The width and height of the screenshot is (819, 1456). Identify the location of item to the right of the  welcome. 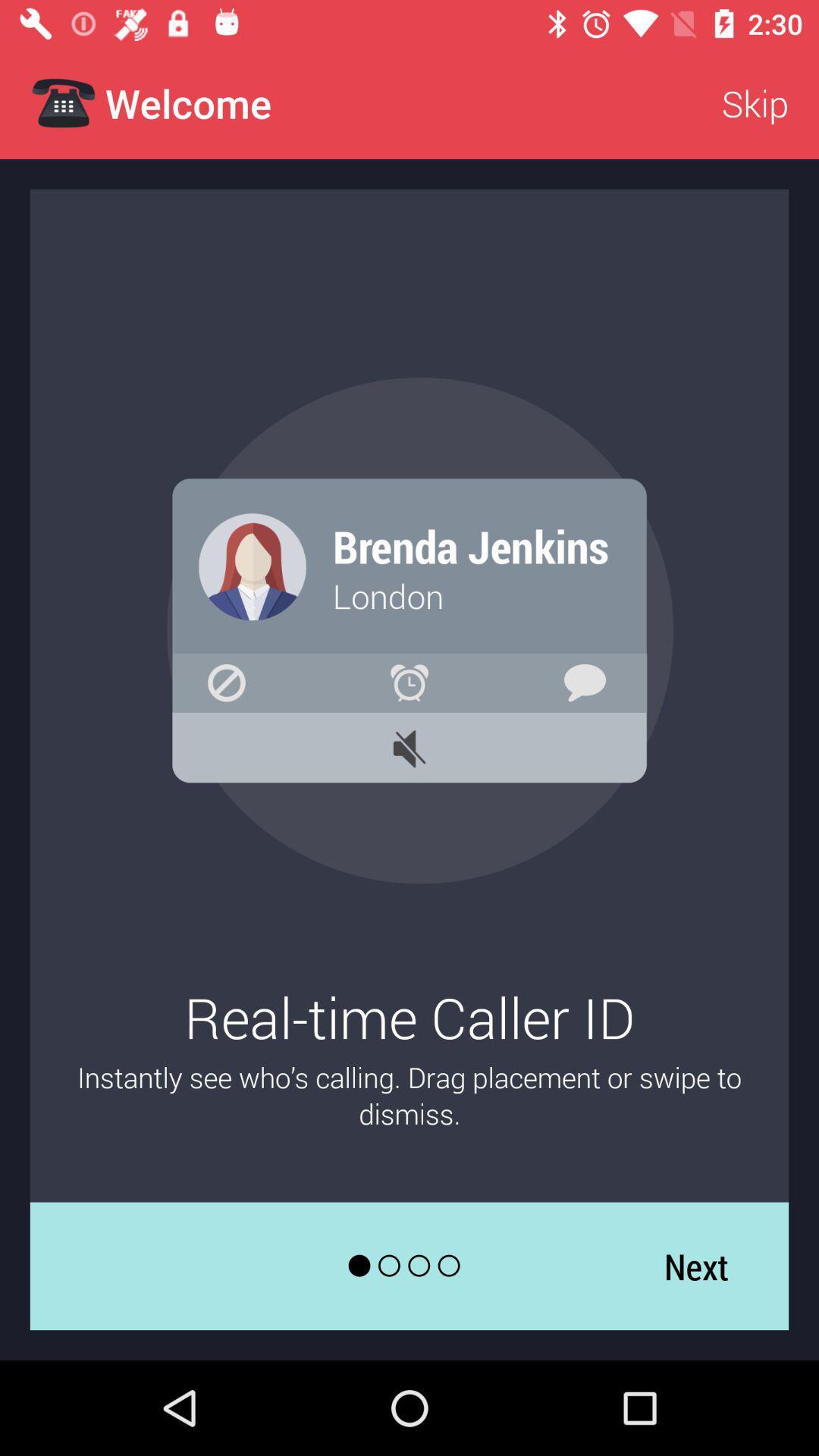
(755, 102).